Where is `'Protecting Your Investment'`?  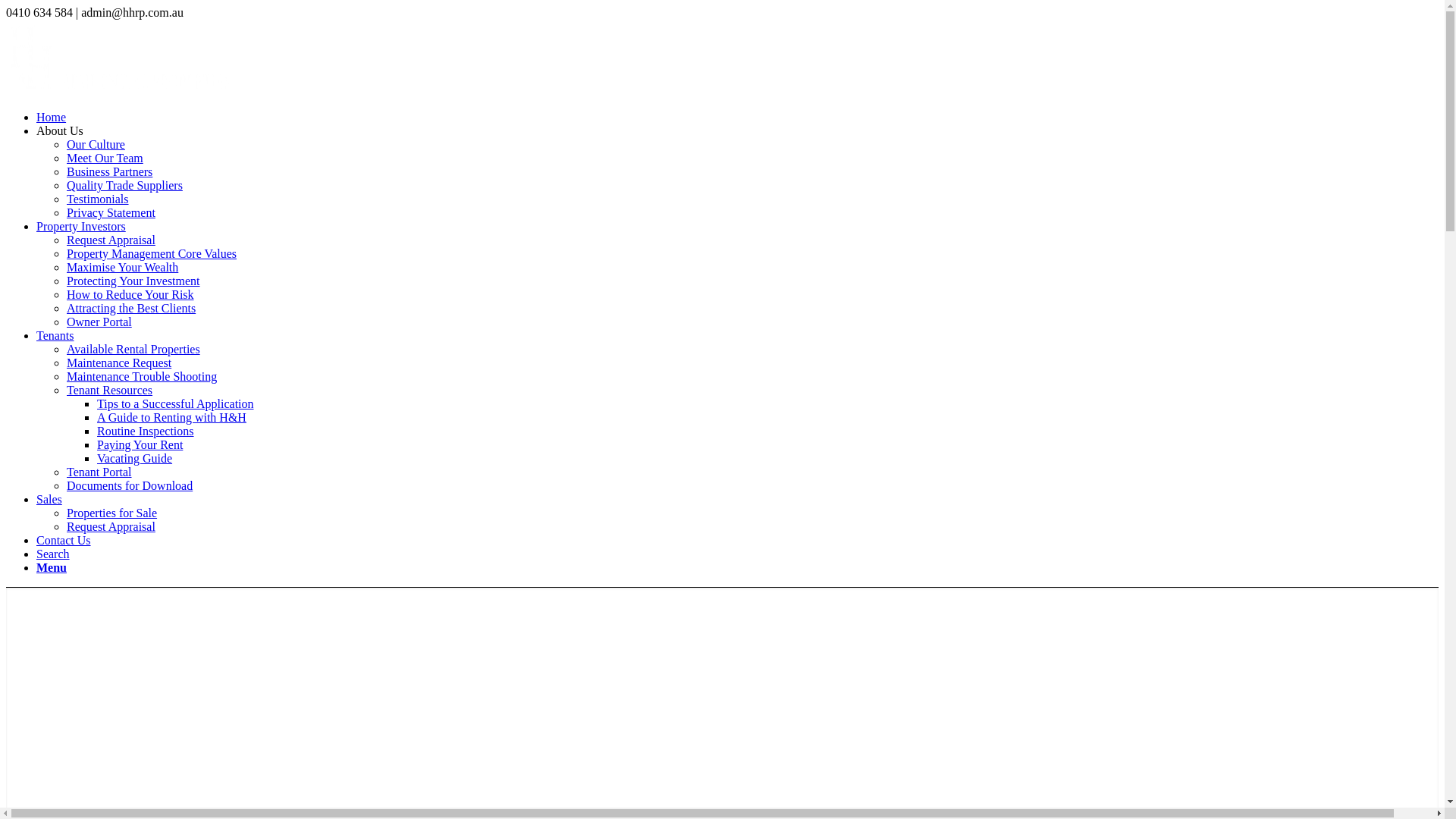
'Protecting Your Investment' is located at coordinates (133, 281).